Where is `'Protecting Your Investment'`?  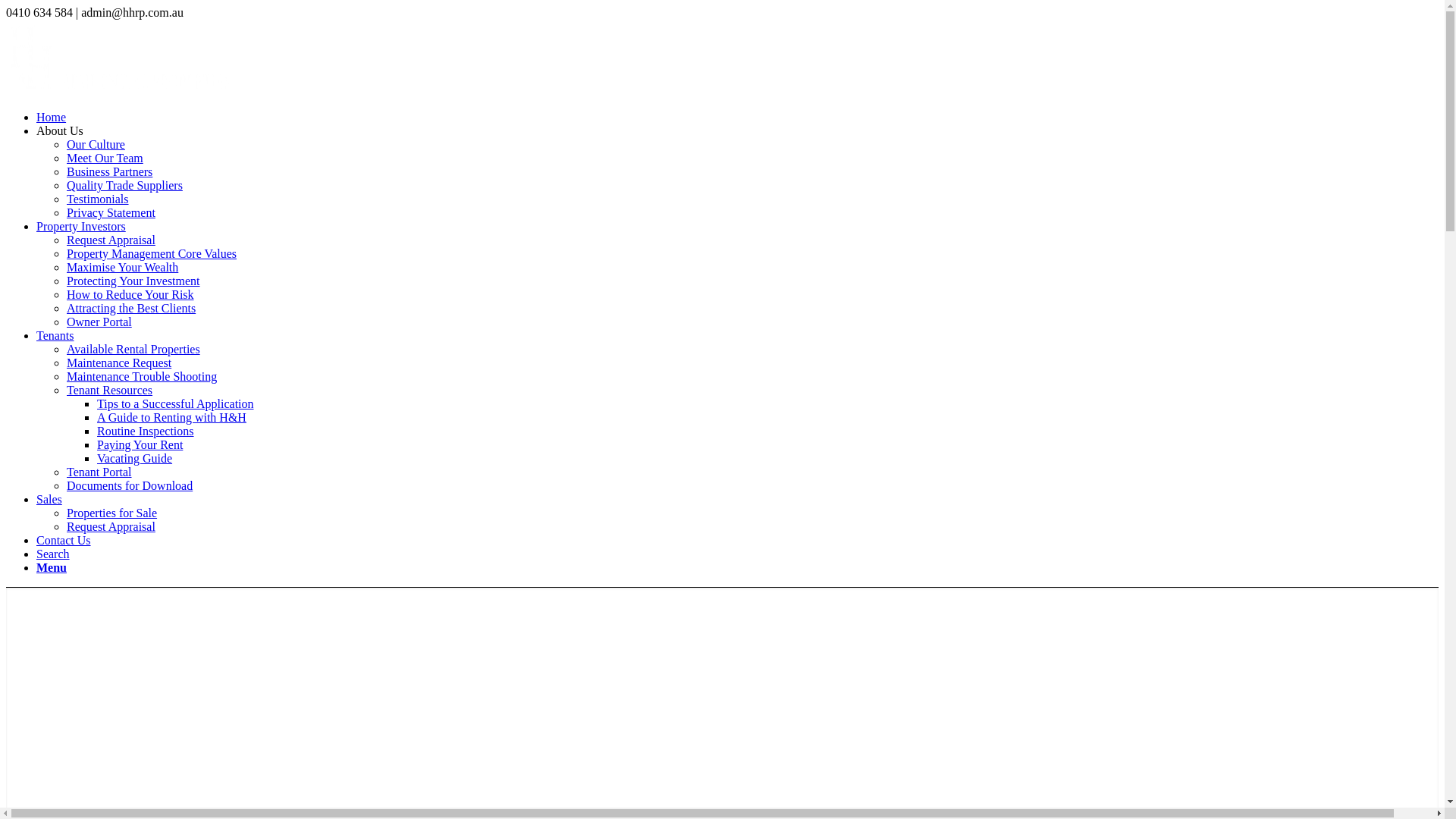
'Protecting Your Investment' is located at coordinates (133, 281).